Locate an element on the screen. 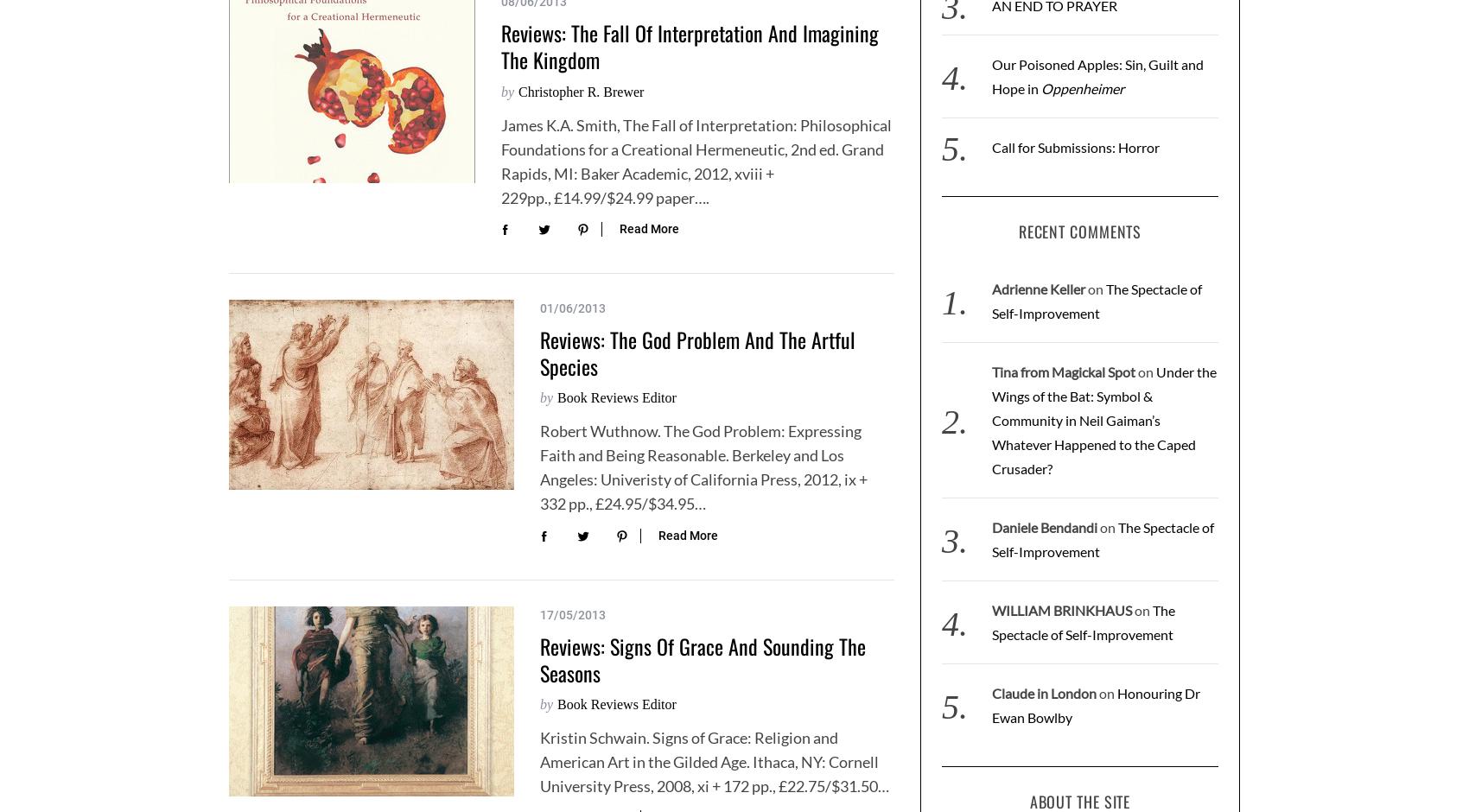  'Adrienne Keller' is located at coordinates (1037, 289).